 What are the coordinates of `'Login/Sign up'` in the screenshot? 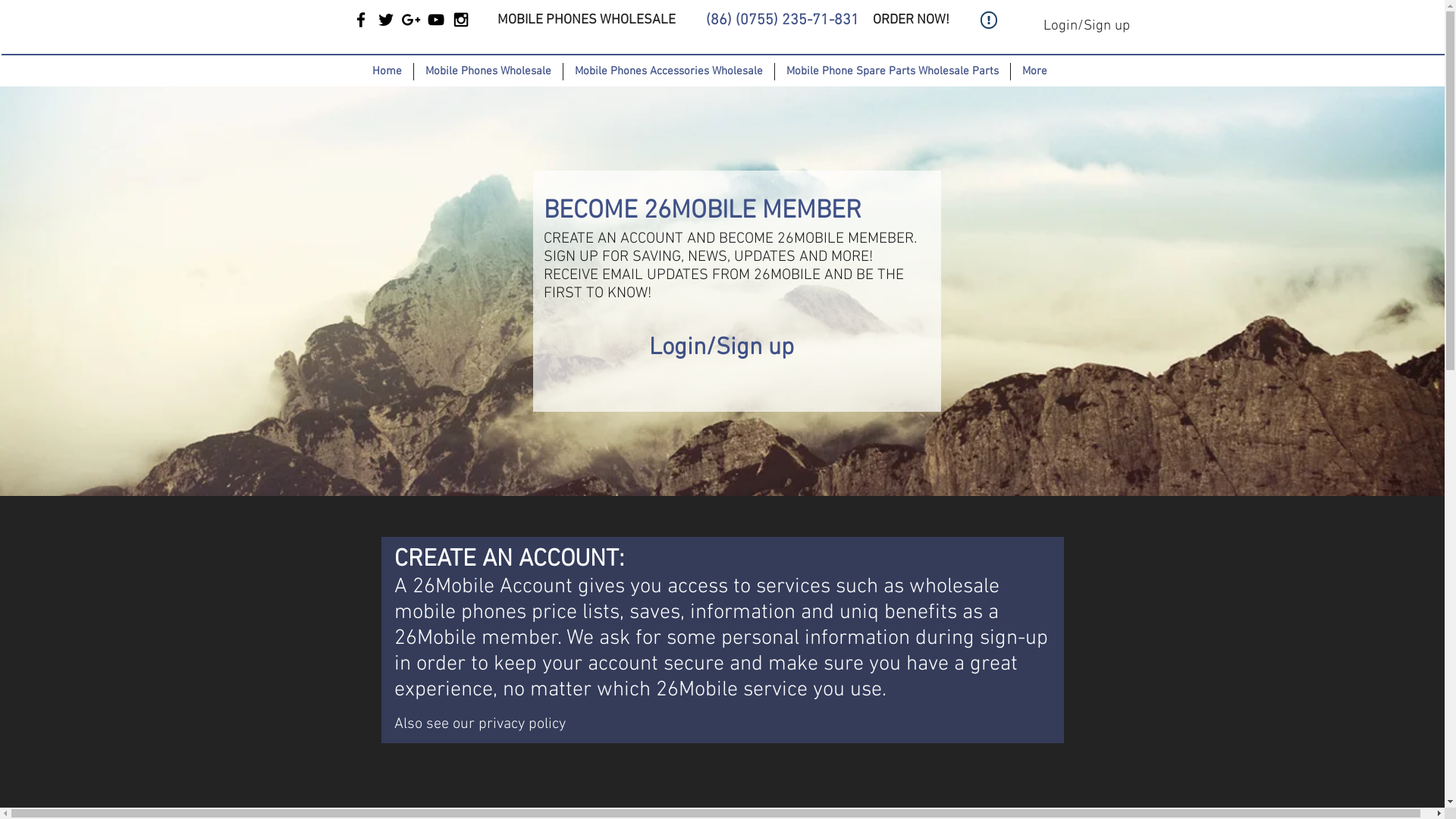 It's located at (720, 348).